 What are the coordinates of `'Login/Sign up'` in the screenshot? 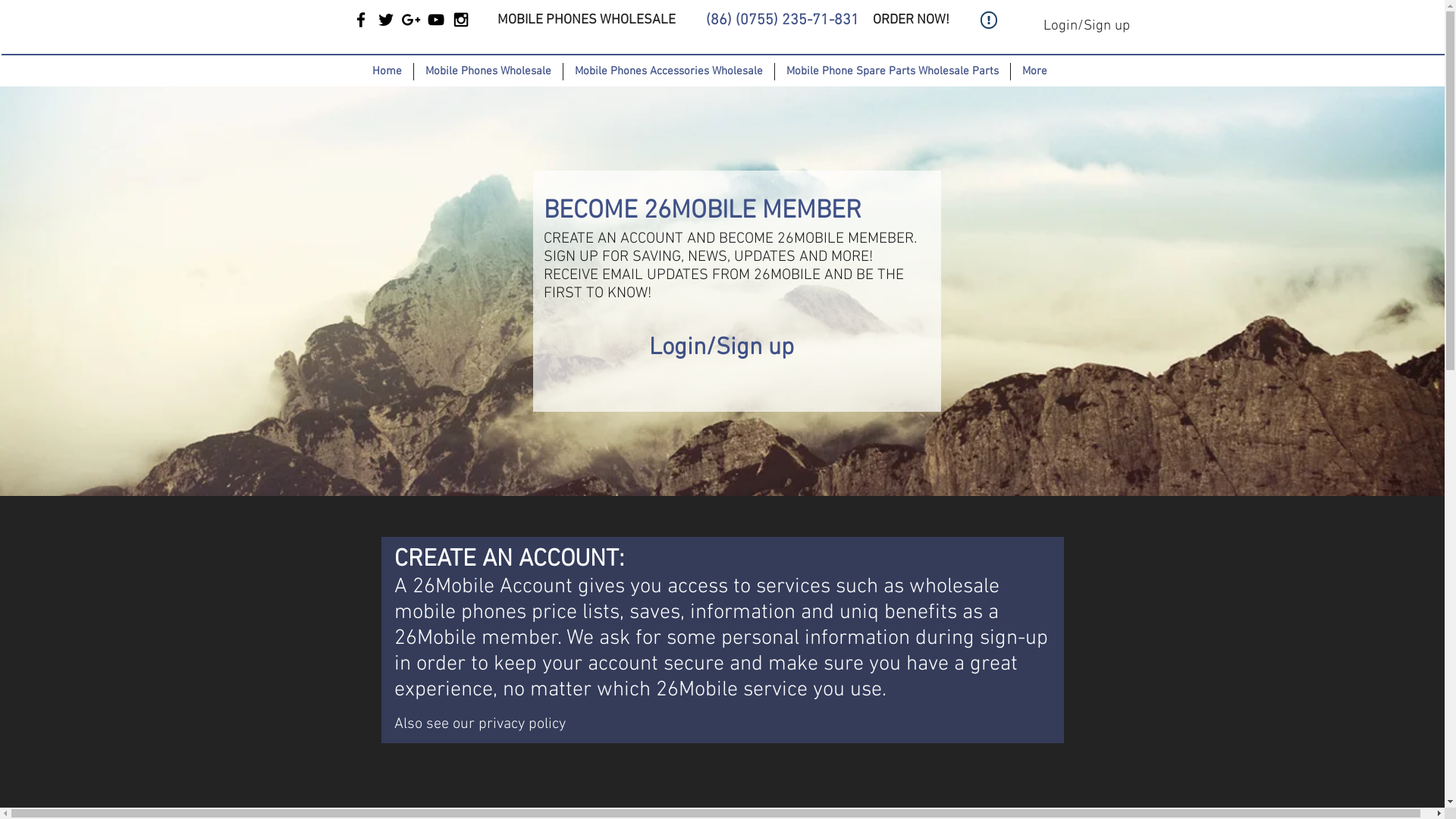 It's located at (720, 348).